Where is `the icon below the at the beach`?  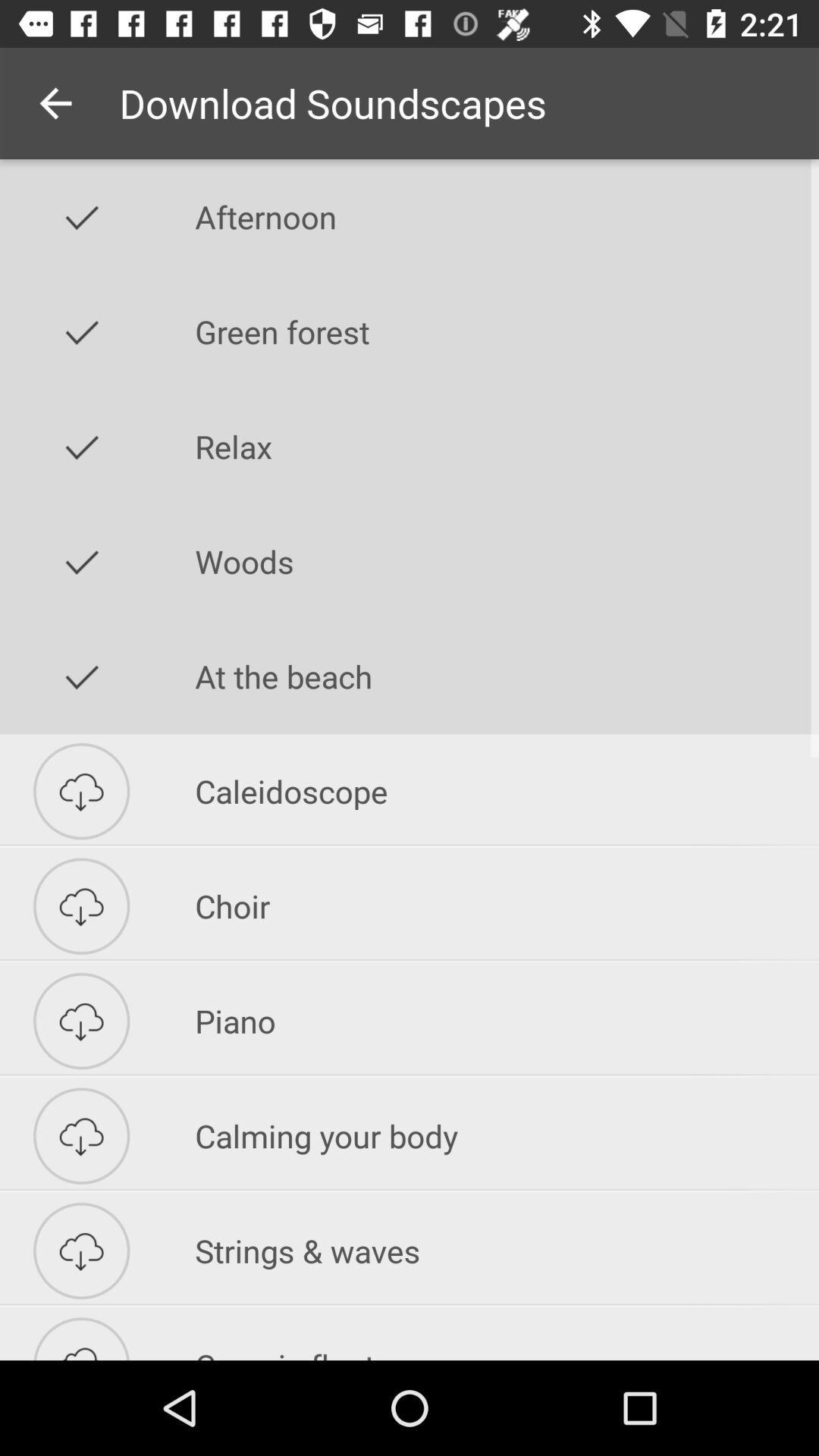
the icon below the at the beach is located at coordinates (507, 790).